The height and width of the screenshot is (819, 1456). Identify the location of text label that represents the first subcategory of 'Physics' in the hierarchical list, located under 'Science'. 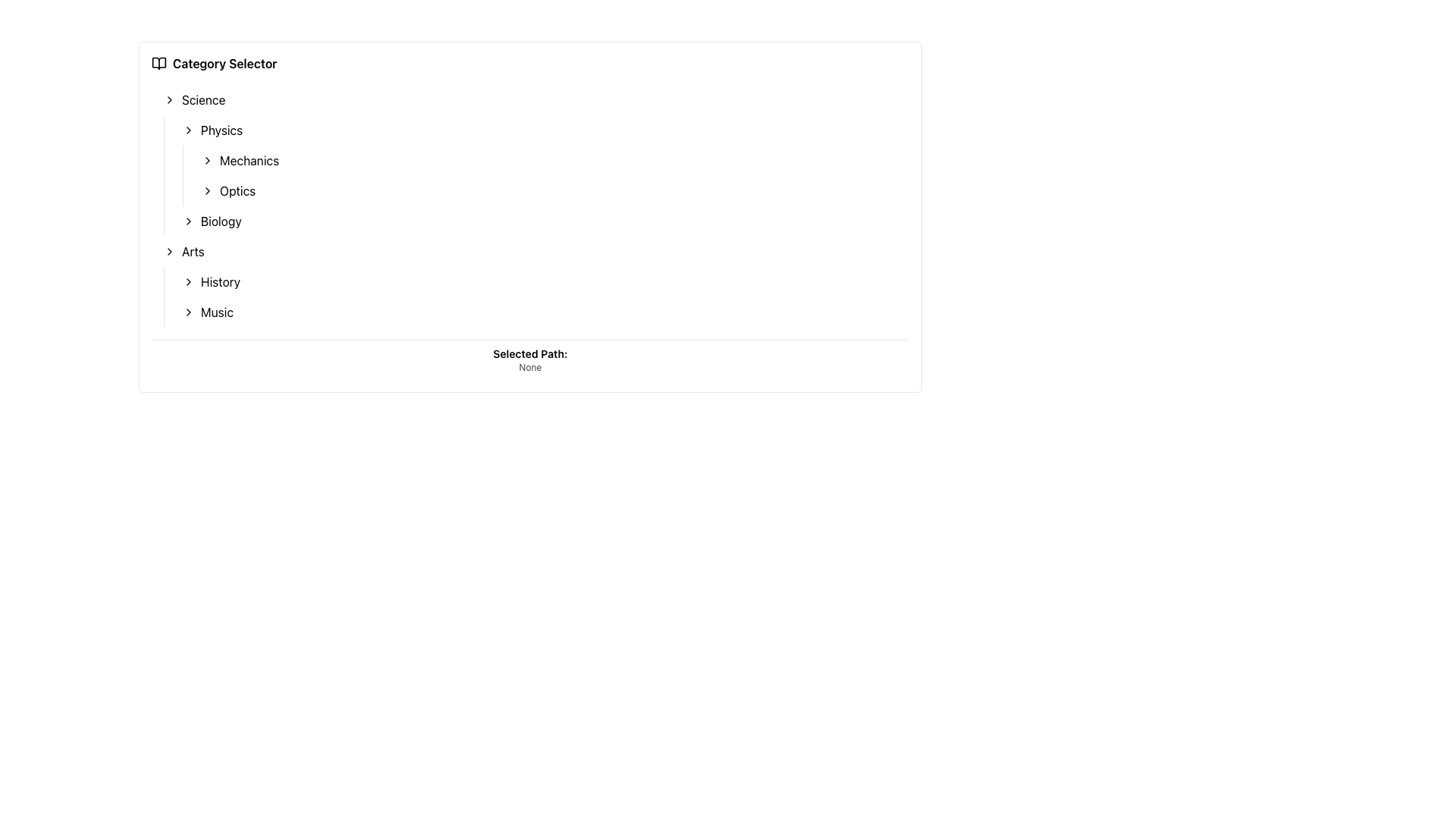
(249, 161).